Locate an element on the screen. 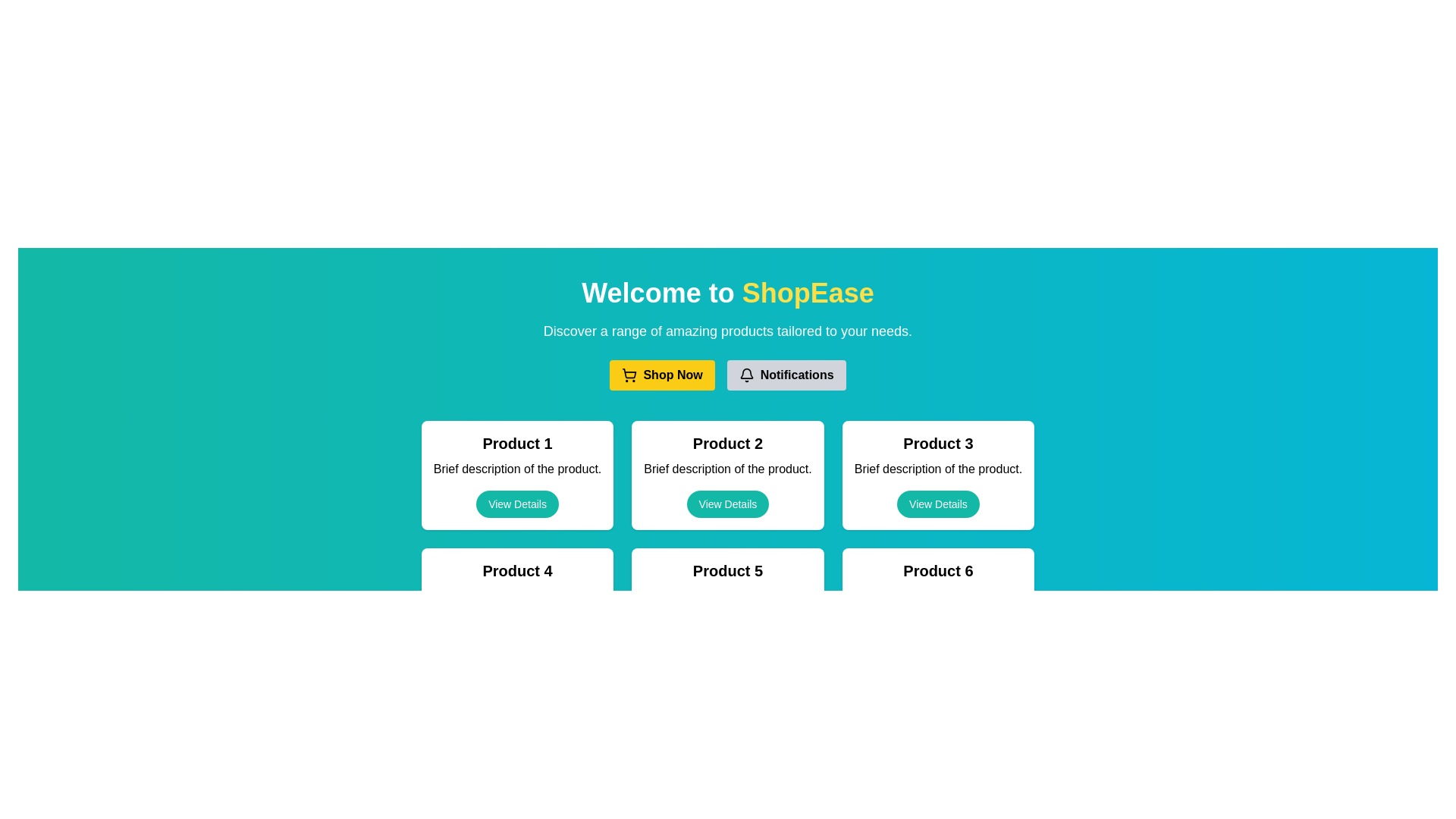  the text 'Brief description of the product.' located in the card titled 'Product 4', positioned directly below the title and above the 'View Details' button is located at coordinates (517, 595).